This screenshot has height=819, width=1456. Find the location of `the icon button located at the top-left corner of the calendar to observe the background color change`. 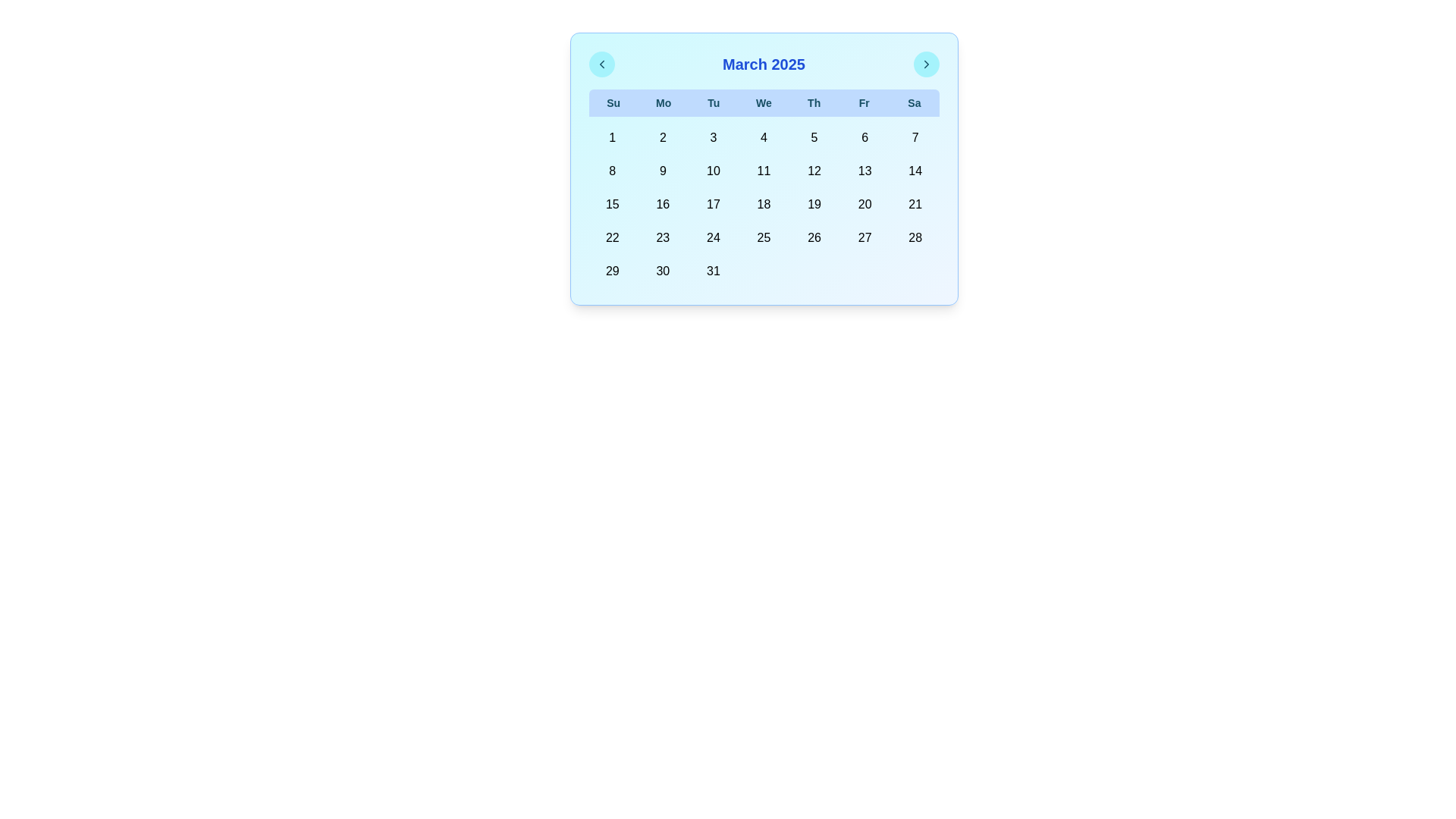

the icon button located at the top-left corner of the calendar to observe the background color change is located at coordinates (601, 63).